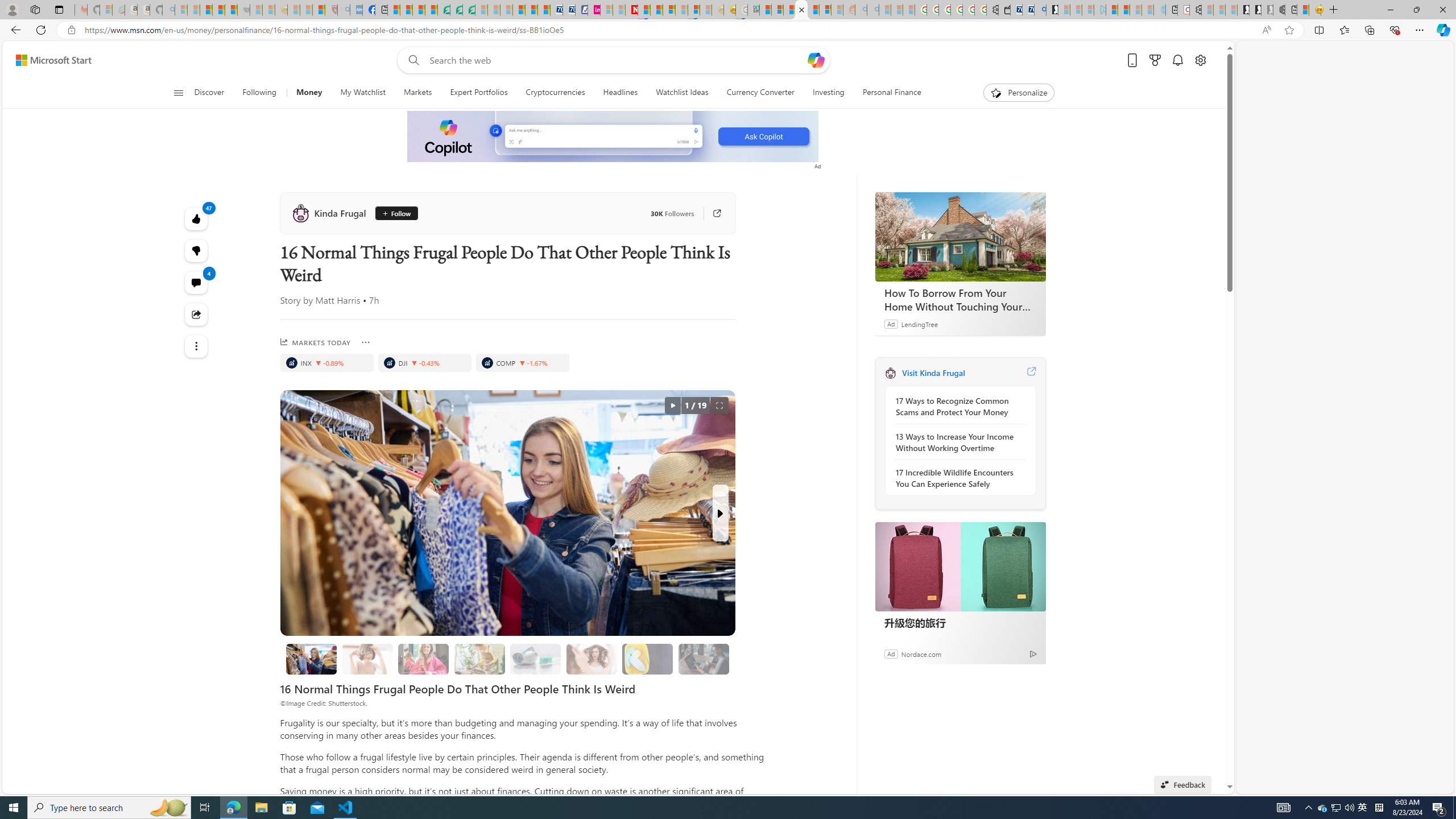 Image resolution: width=1456 pixels, height=819 pixels. What do you see at coordinates (760, 92) in the screenshot?
I see `'Currency Converter'` at bounding box center [760, 92].